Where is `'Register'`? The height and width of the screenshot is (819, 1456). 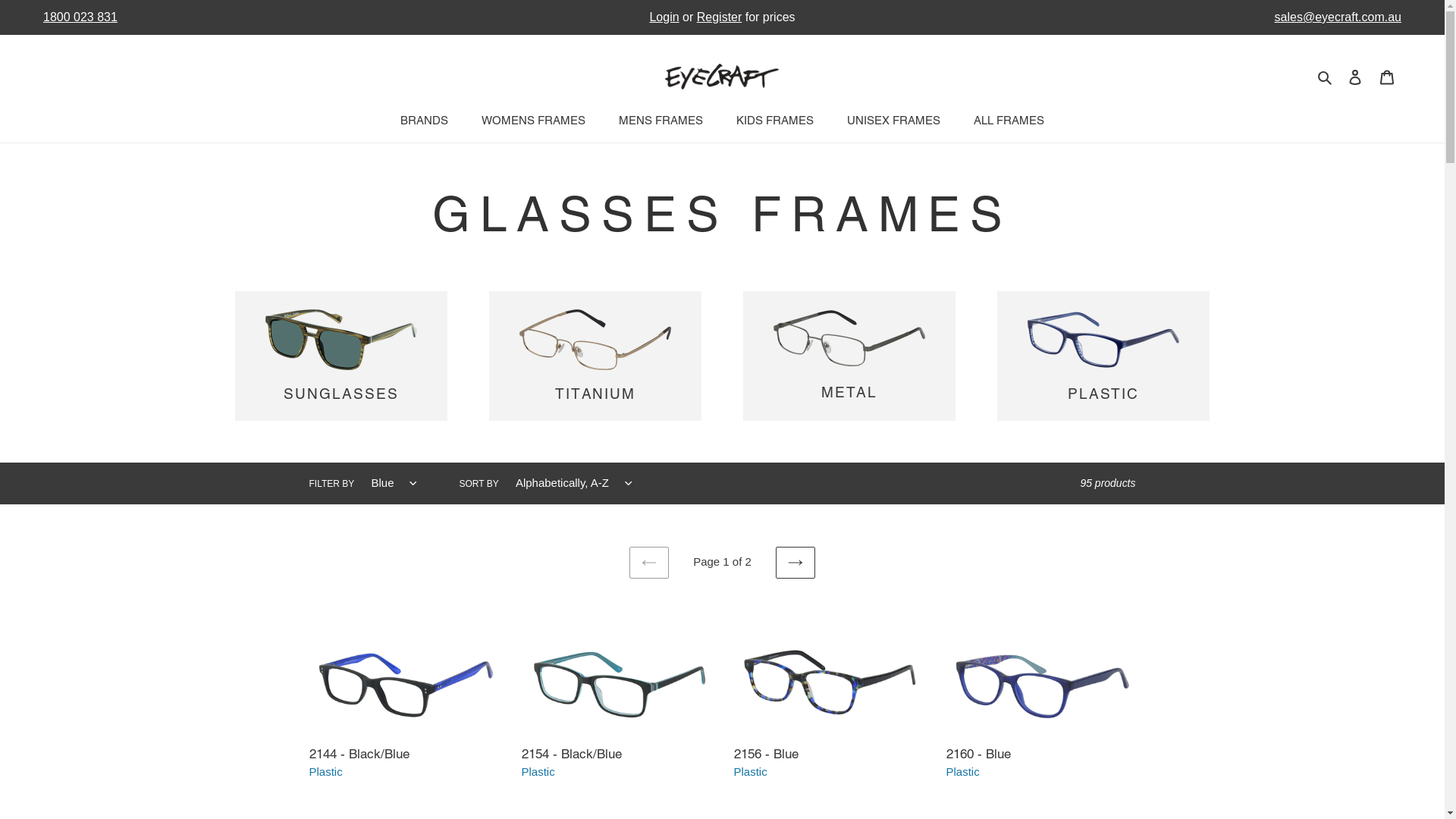
'Register' is located at coordinates (719, 17).